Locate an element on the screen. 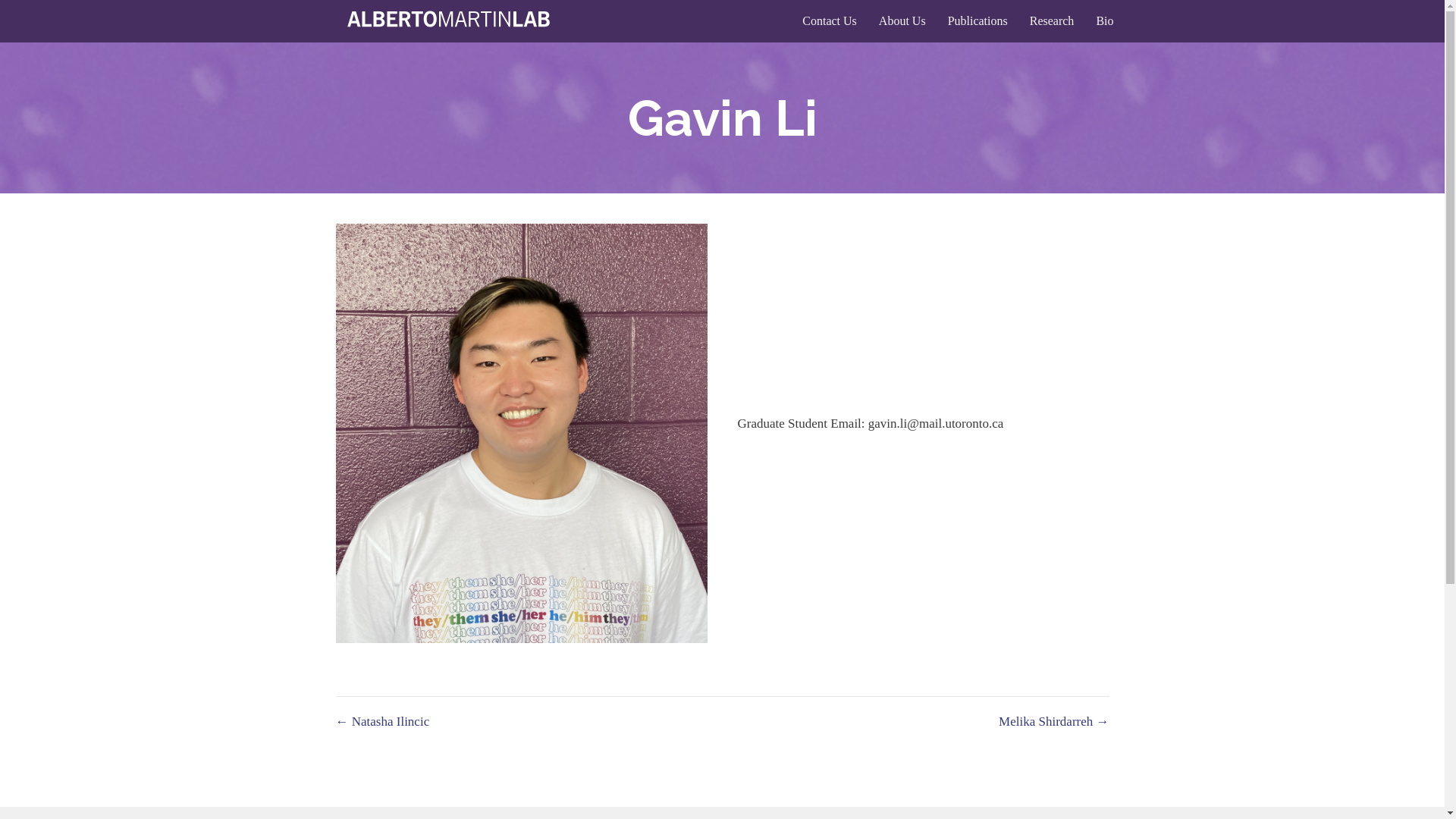 Image resolution: width=1456 pixels, height=819 pixels. 'Research' is located at coordinates (1019, 20).